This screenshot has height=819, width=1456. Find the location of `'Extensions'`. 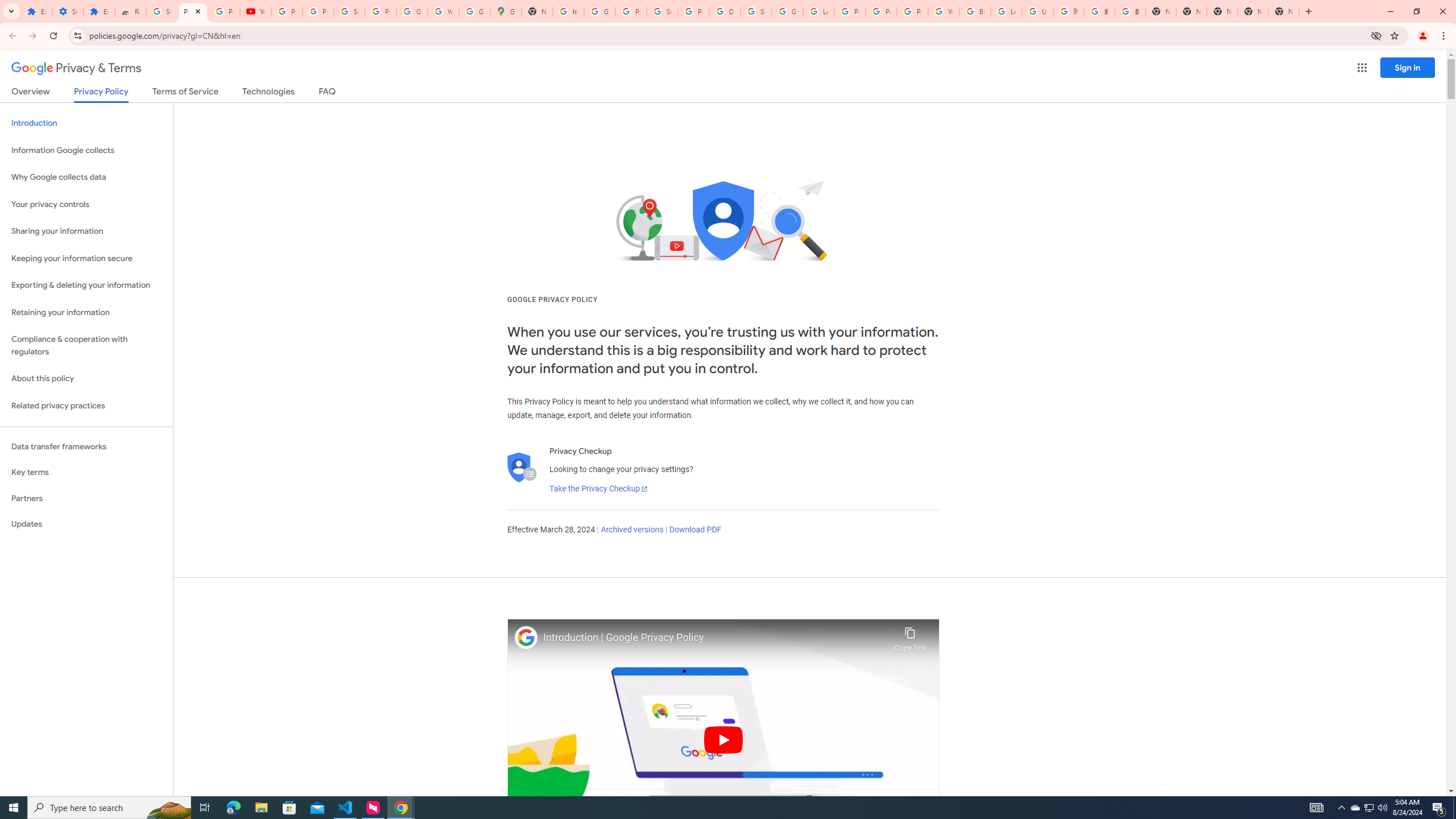

'Extensions' is located at coordinates (99, 11).